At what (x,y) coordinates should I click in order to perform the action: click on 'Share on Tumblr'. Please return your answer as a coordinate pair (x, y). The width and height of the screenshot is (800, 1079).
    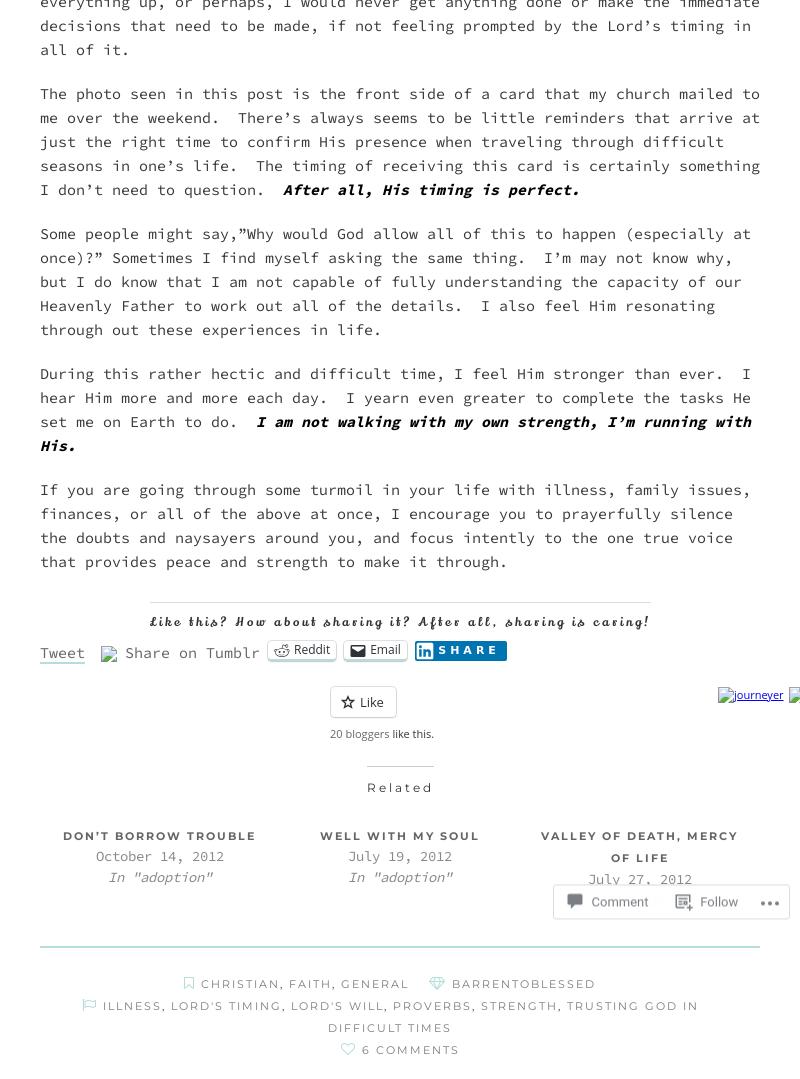
    Looking at the image, I should click on (191, 650).